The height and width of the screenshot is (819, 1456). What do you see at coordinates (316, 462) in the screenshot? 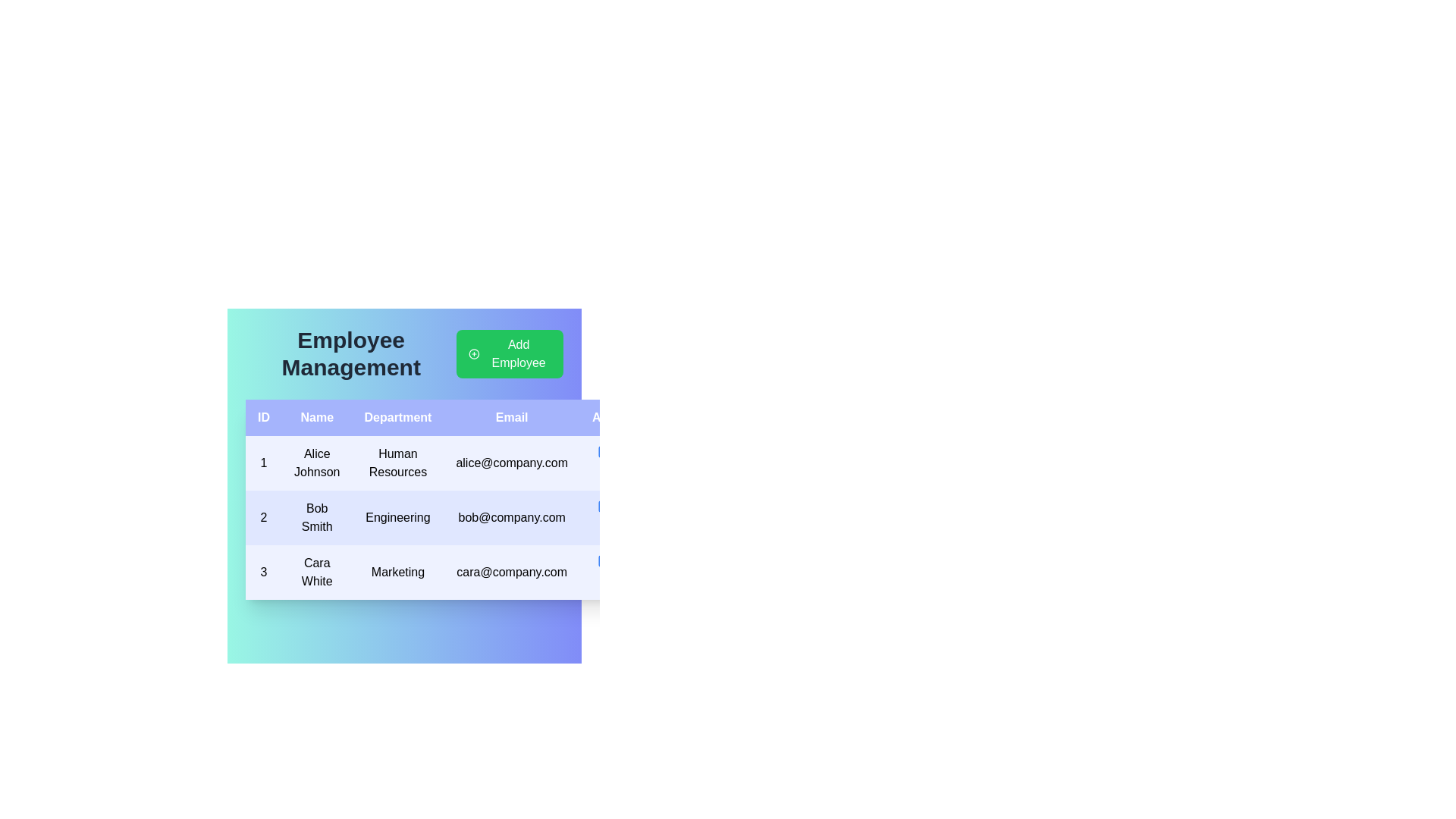
I see `text 'Alice Johnson' displayed in the second column of the table, which is center aligned and styled in black against a light gray or white background` at bounding box center [316, 462].